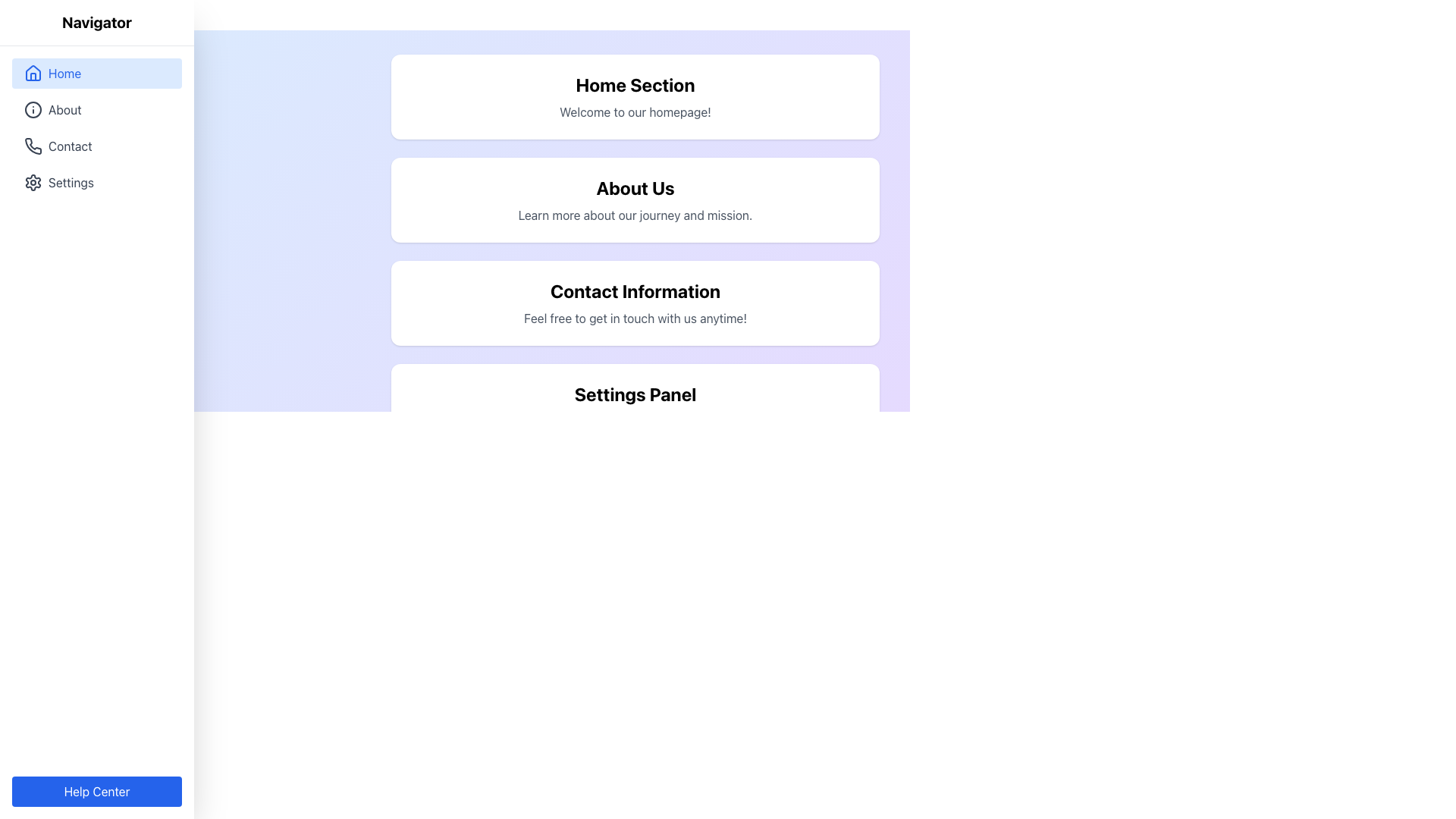 Image resolution: width=1456 pixels, height=819 pixels. Describe the element at coordinates (33, 146) in the screenshot. I see `the phone icon in the 'Contact' section of the navigation menu` at that location.